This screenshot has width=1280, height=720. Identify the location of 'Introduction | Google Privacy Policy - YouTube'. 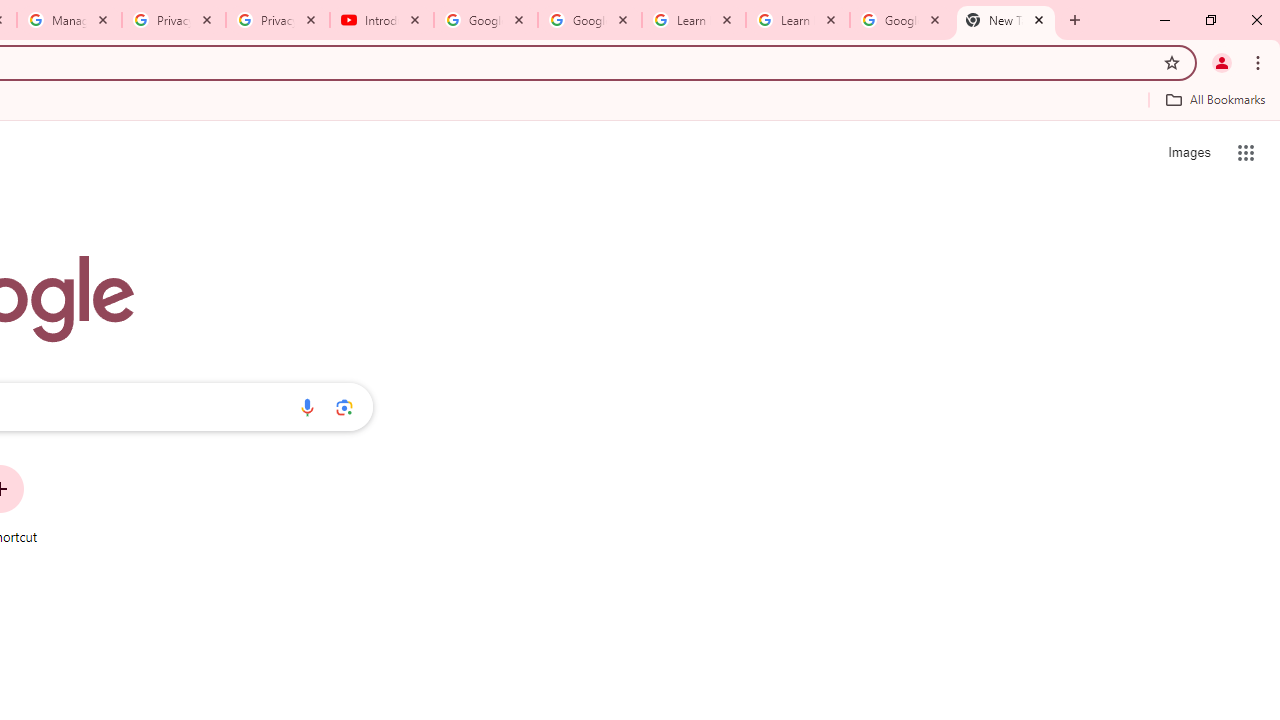
(382, 20).